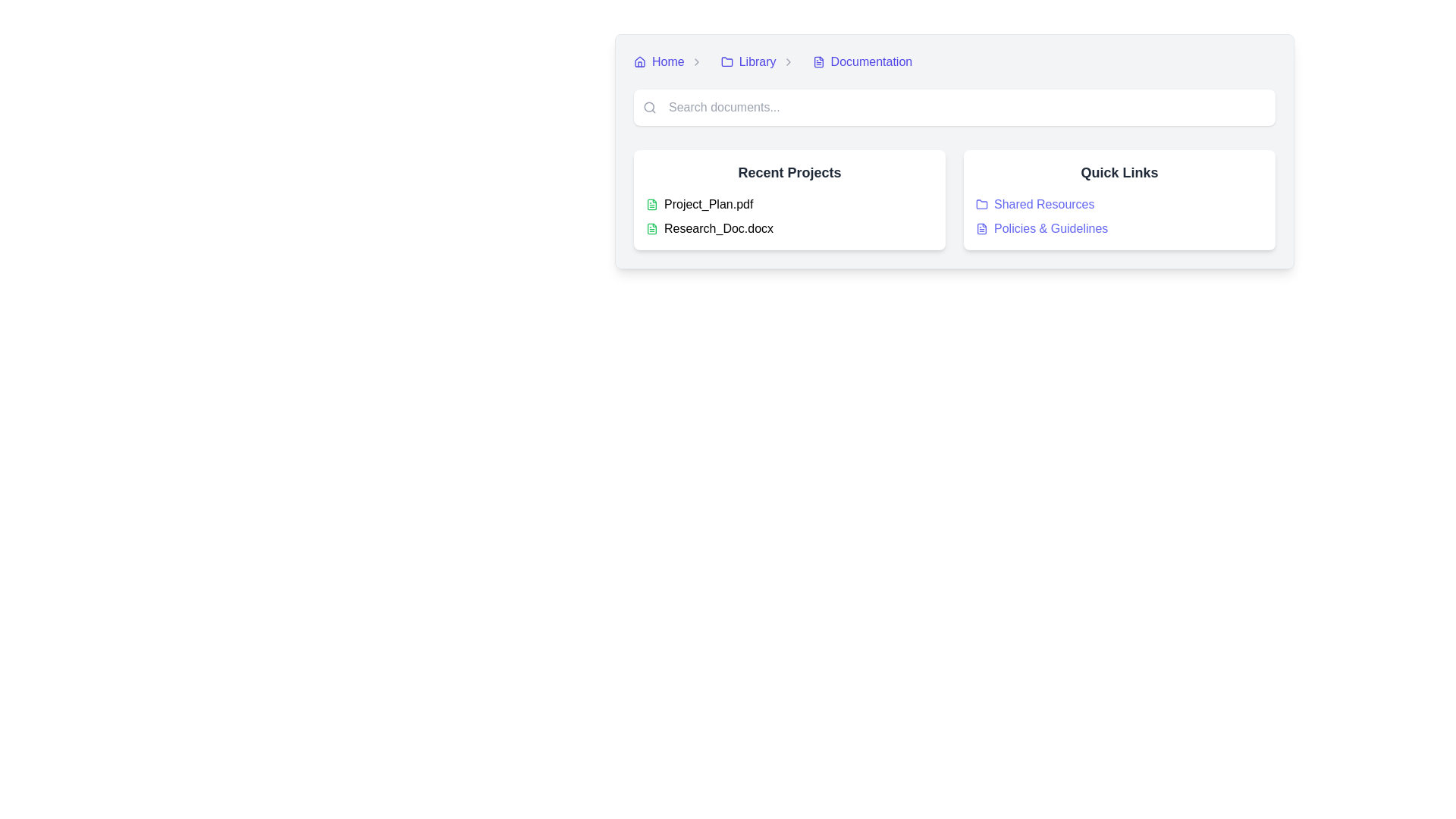 The image size is (1456, 819). What do you see at coordinates (650, 107) in the screenshot?
I see `the small gray magnifying glass icon located at the left end of the search bar` at bounding box center [650, 107].